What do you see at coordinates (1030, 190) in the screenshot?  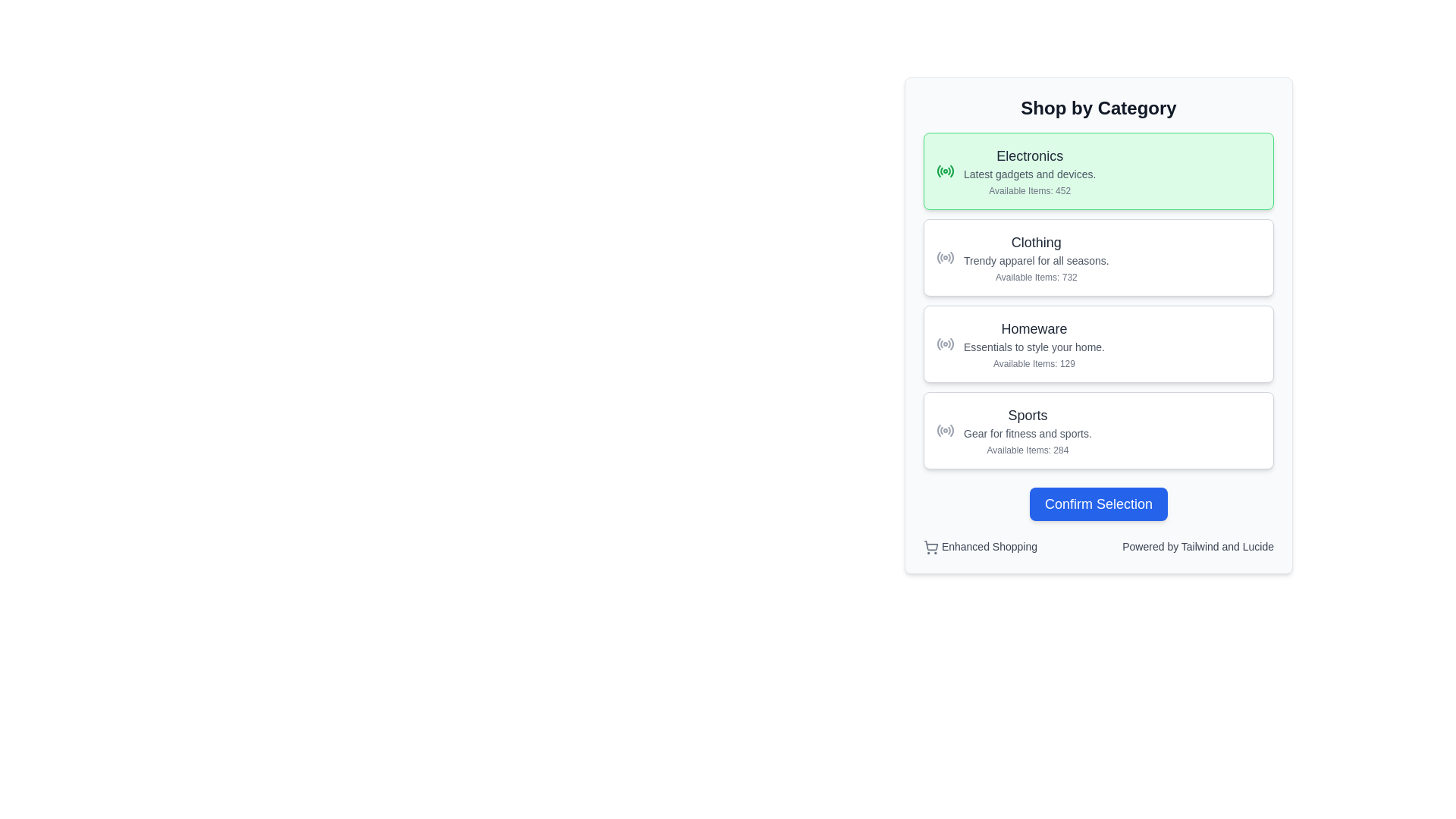 I see `the static text label displaying 'Available Items: 452', which is located below the 'Latest gadgets and devices.' in the 'Electronics' panel` at bounding box center [1030, 190].